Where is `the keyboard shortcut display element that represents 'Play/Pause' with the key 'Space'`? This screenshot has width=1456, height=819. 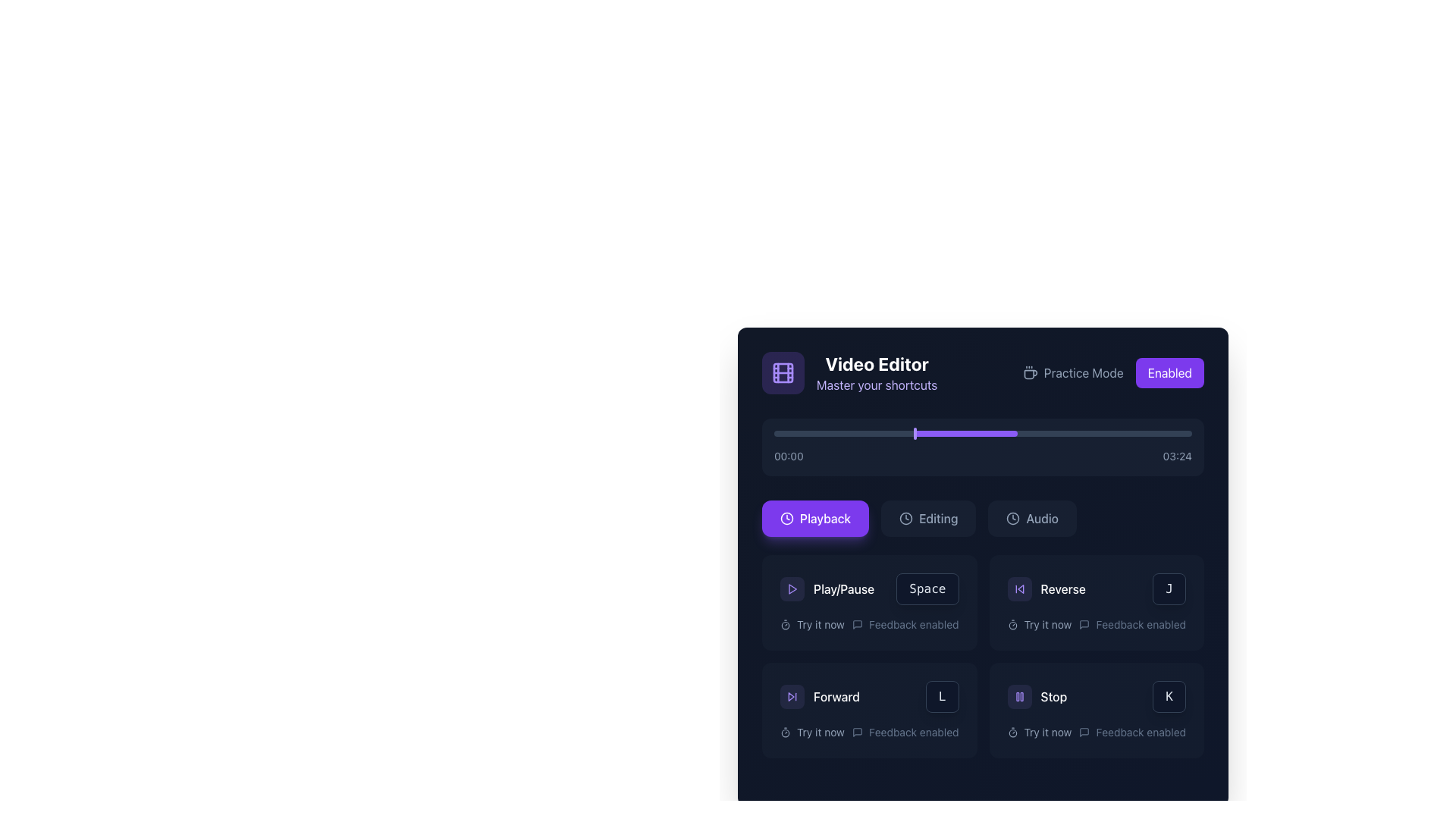 the keyboard shortcut display element that represents 'Play/Pause' with the key 'Space' is located at coordinates (869, 588).